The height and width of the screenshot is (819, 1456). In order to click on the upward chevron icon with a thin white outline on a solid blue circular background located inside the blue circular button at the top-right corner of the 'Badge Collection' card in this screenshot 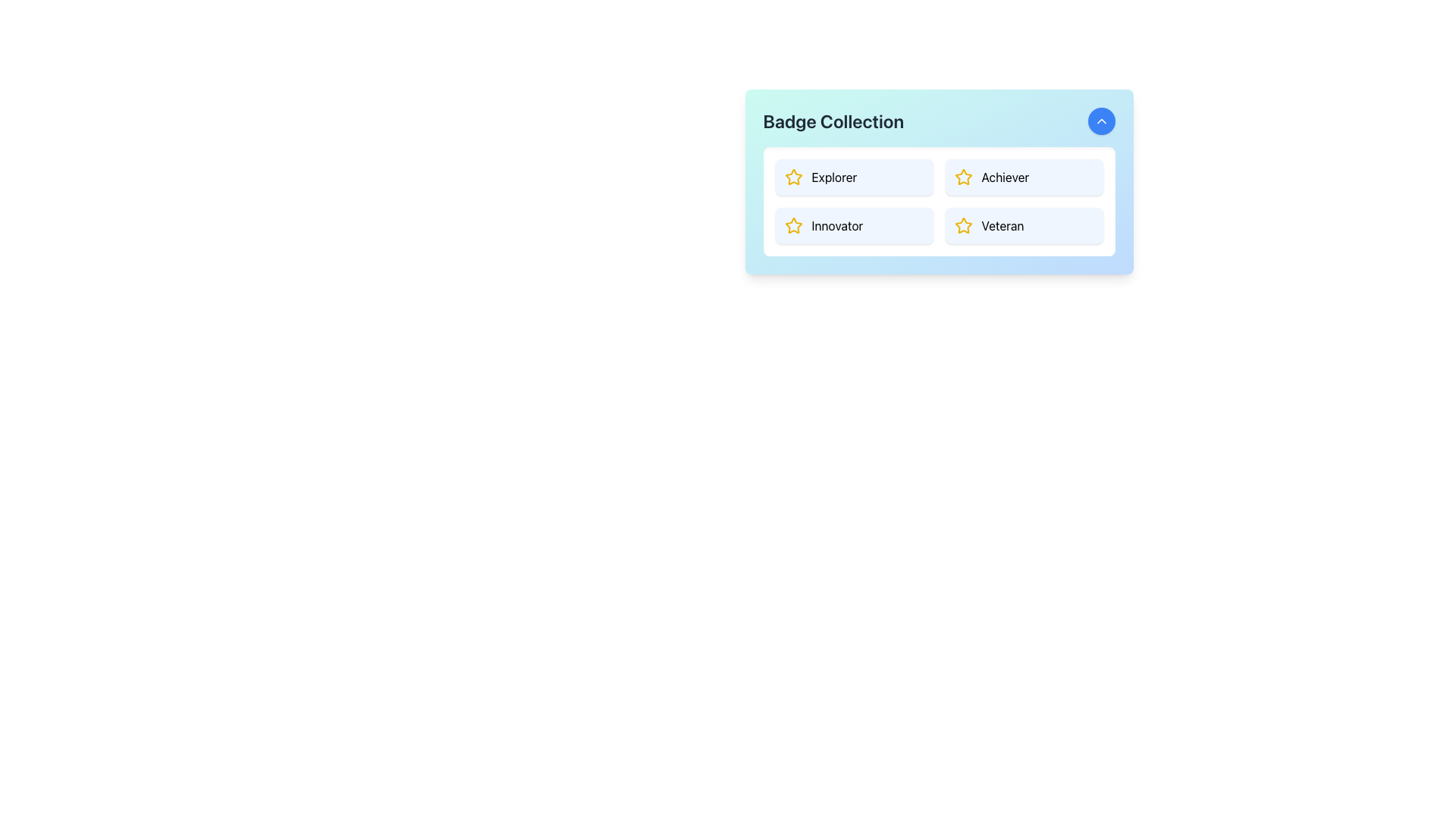, I will do `click(1101, 120)`.